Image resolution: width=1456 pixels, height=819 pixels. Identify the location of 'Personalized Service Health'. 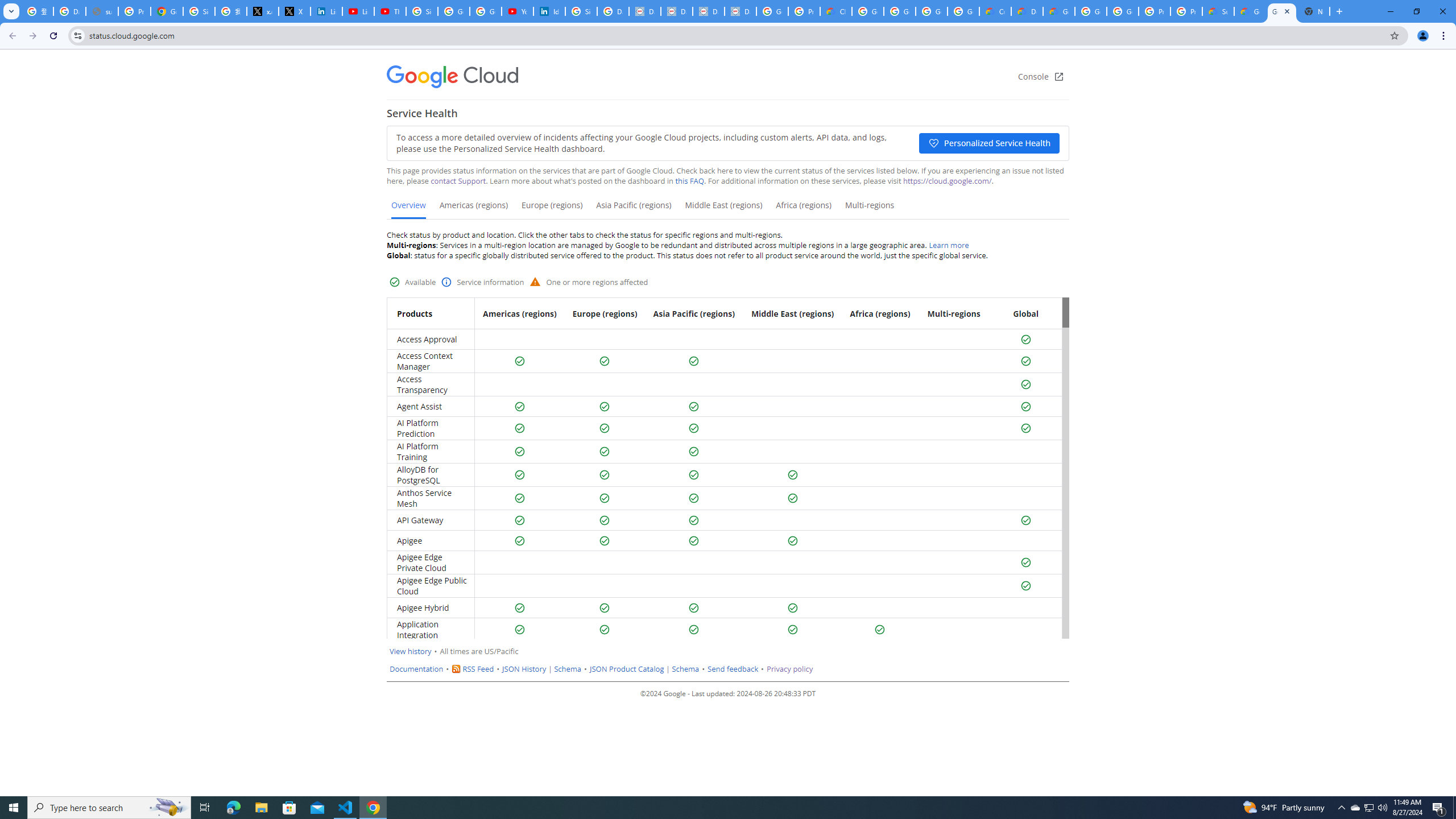
(988, 142).